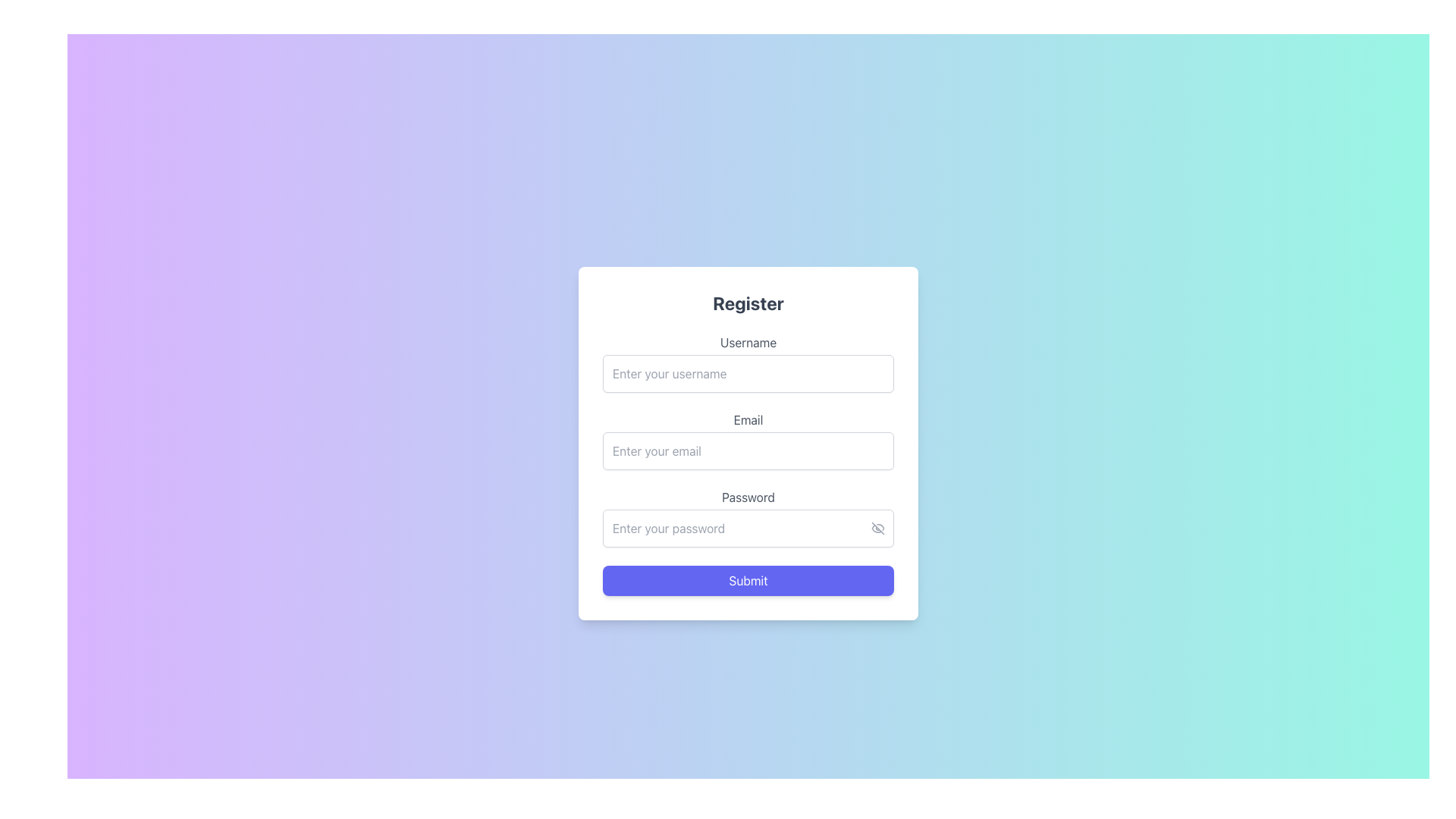 The width and height of the screenshot is (1456, 819). Describe the element at coordinates (748, 342) in the screenshot. I see `the 'Username' label, which is styled in gray color and positioned above the username input field in the registration form` at that location.